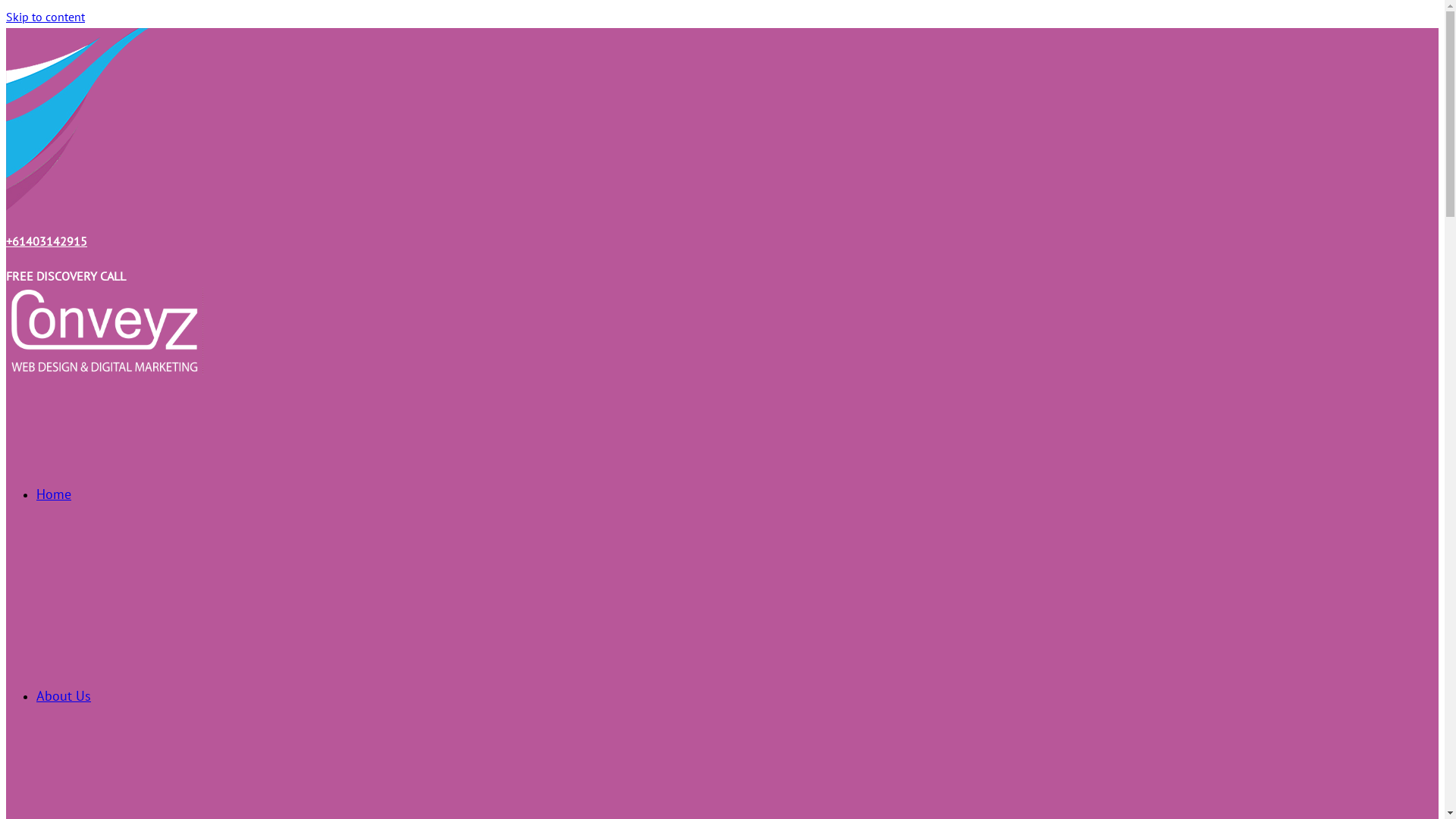  I want to click on 'FREE DISCOVERY CALL', so click(64, 275).